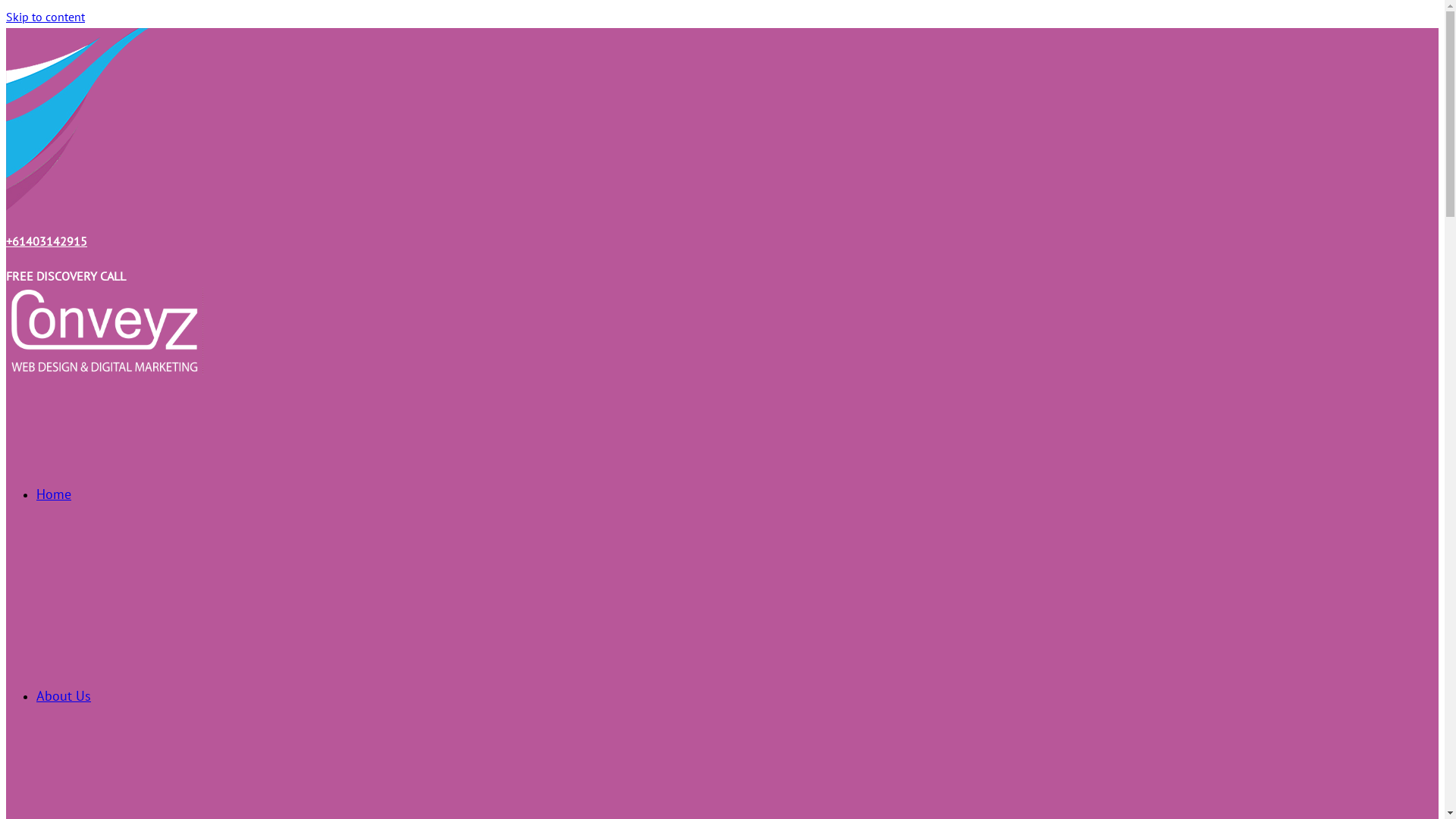  I want to click on 'FREE DISCOVERY CALL', so click(64, 275).